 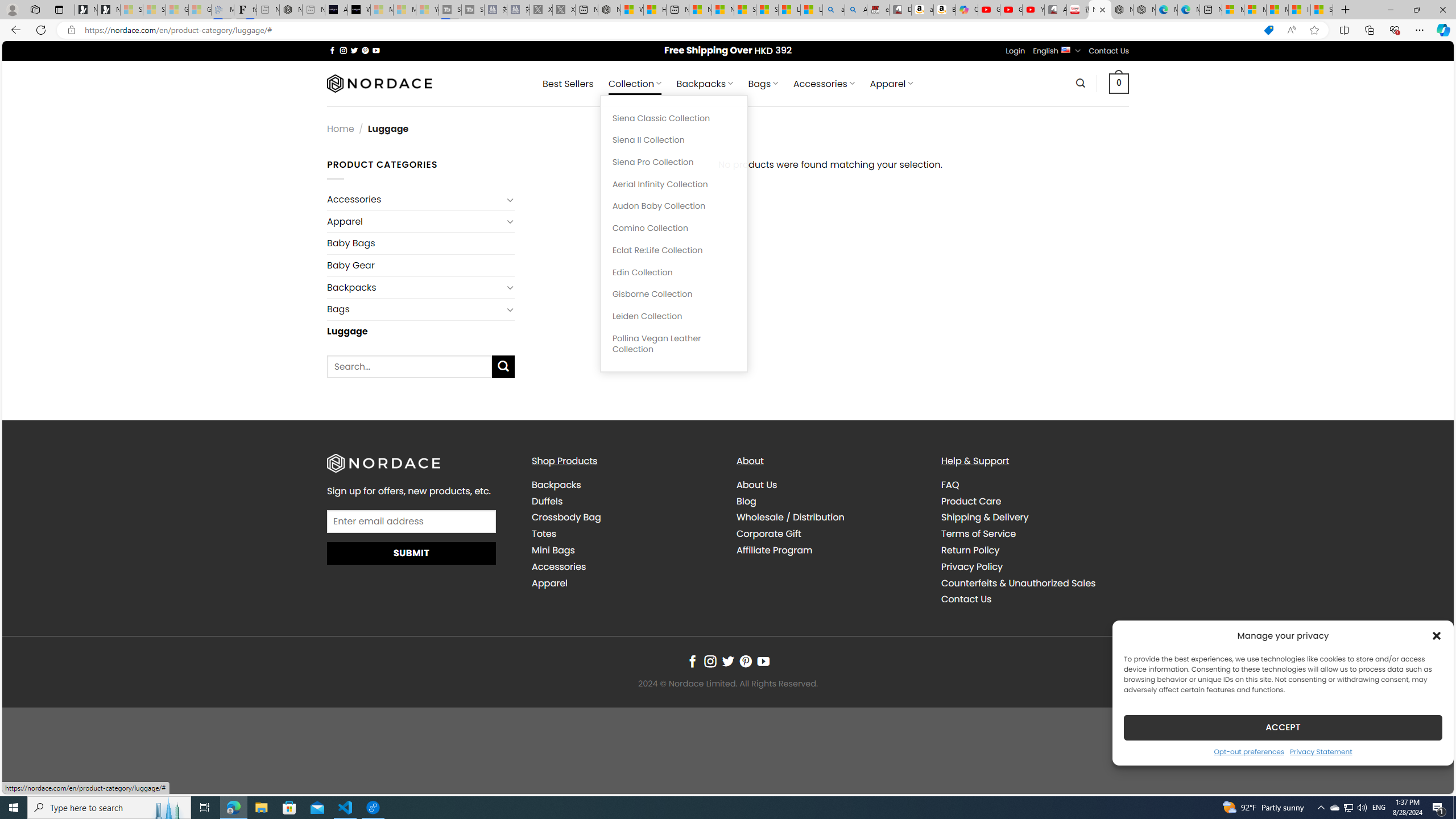 What do you see at coordinates (834, 9) in the screenshot?
I see `'amazon - Search'` at bounding box center [834, 9].